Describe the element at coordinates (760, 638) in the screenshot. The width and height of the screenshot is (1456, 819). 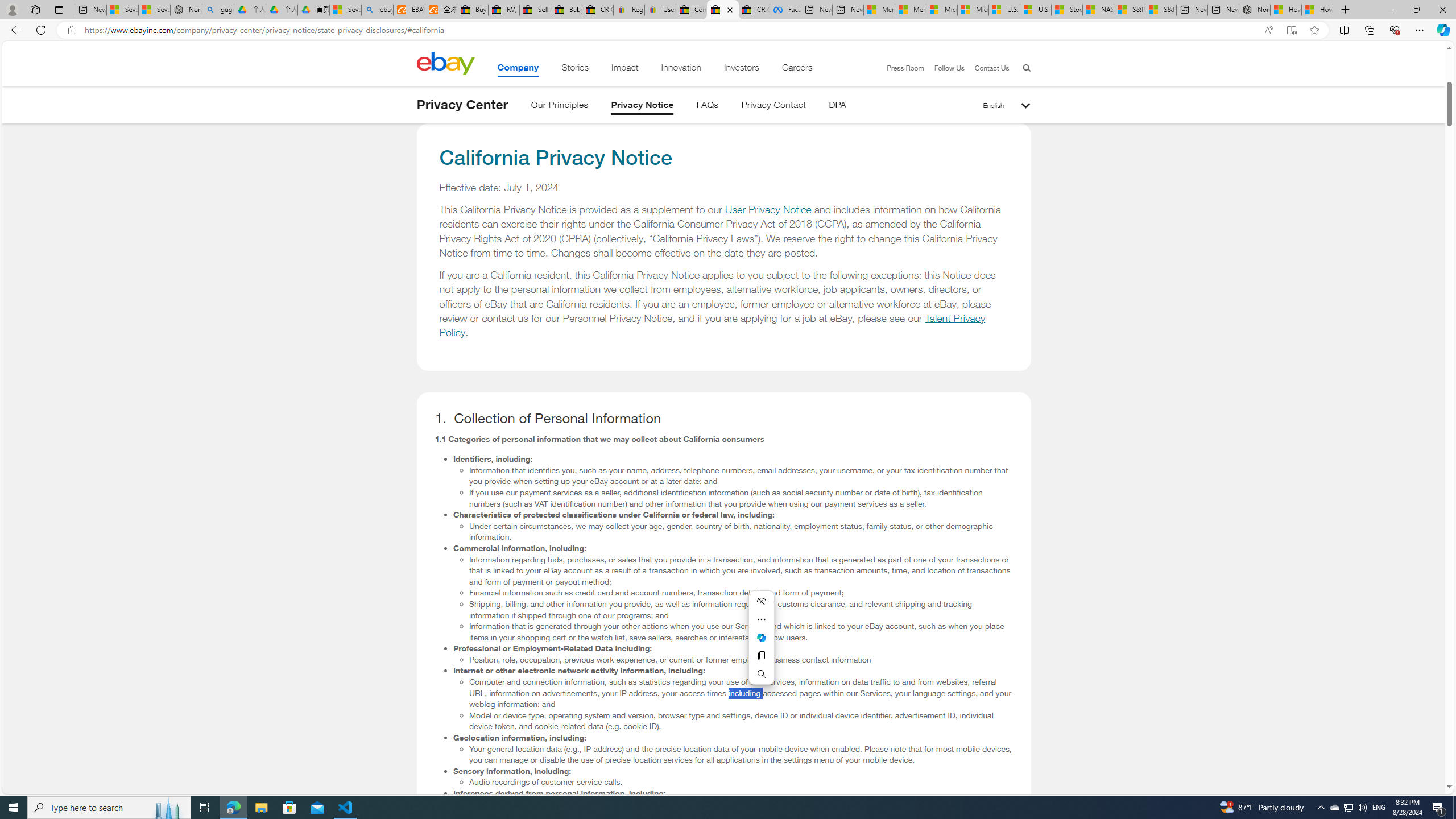
I see `'Ask Copilot'` at that location.